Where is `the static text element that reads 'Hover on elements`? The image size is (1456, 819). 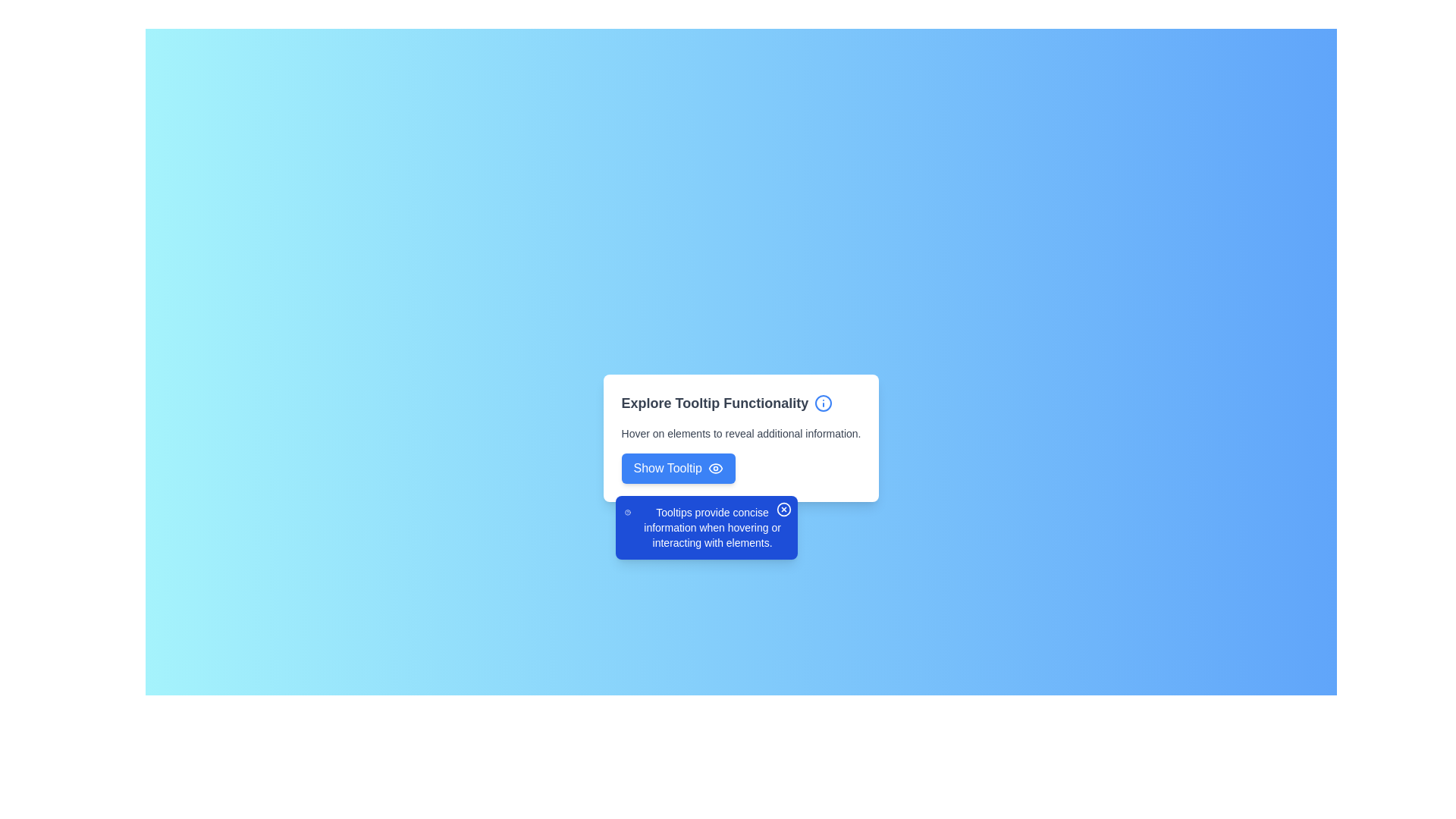 the static text element that reads 'Hover on elements is located at coordinates (741, 433).